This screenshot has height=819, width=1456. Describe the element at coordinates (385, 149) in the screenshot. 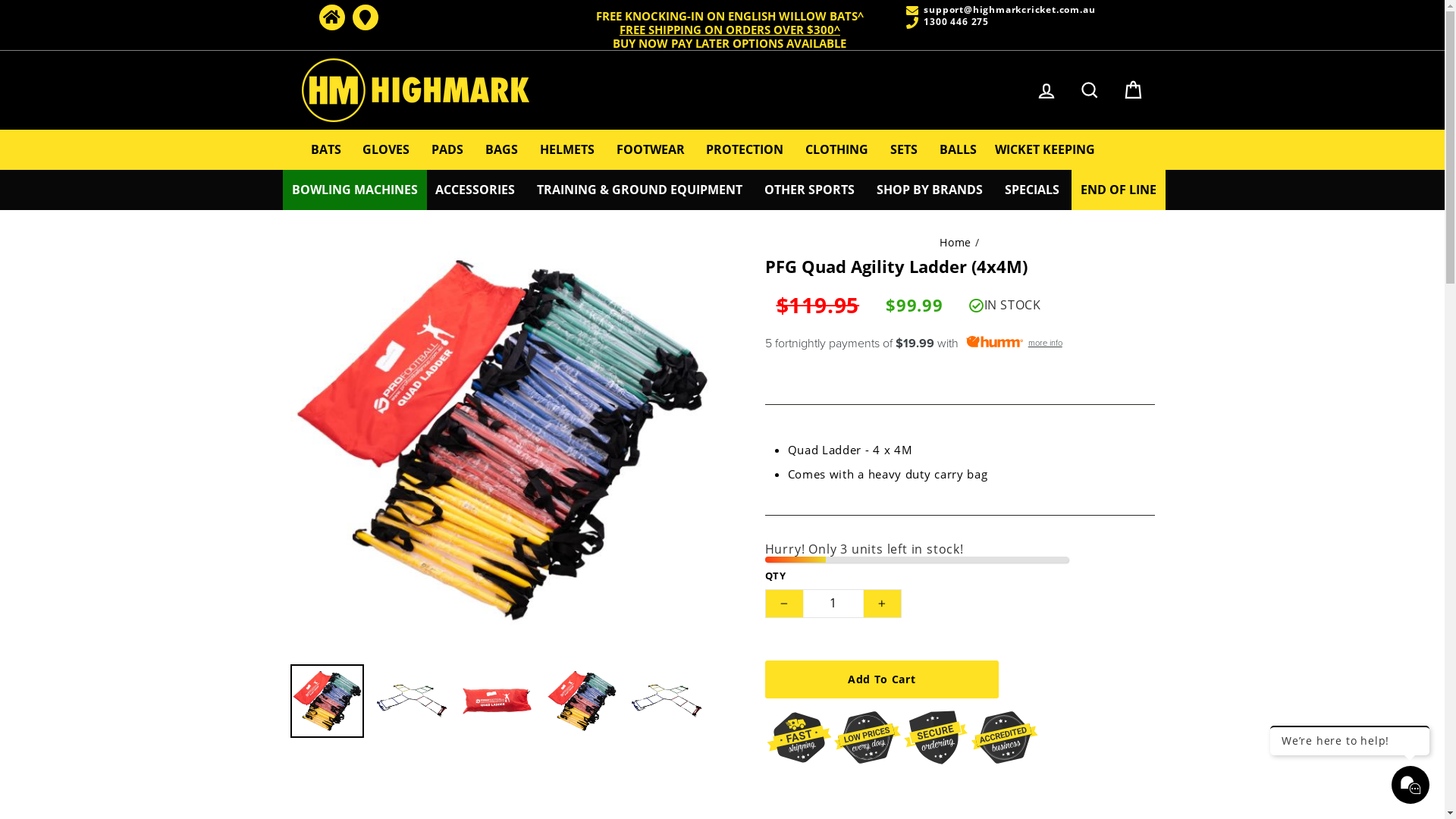

I see `'GLOVES'` at that location.